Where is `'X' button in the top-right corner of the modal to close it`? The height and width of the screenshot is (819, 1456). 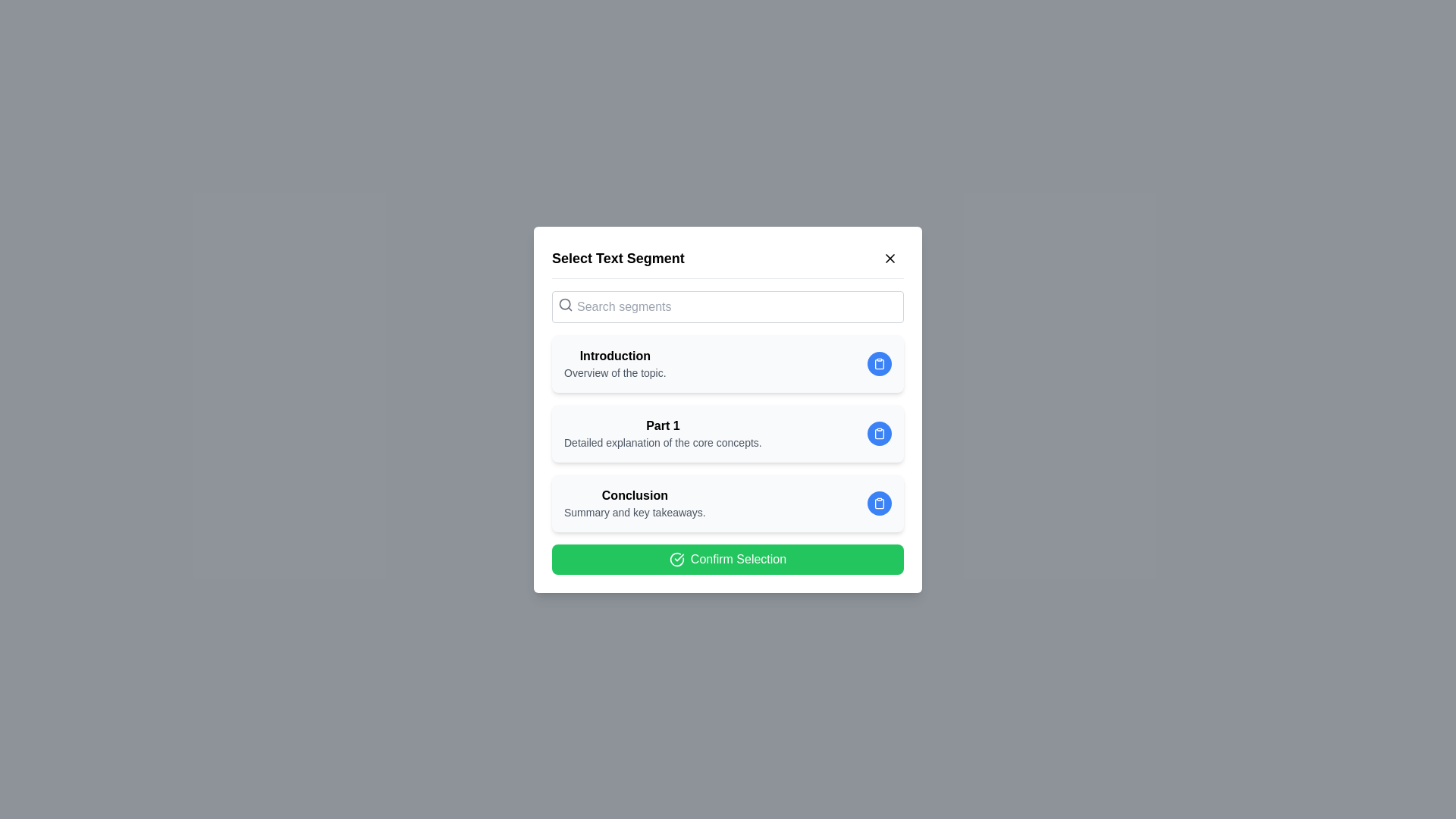 'X' button in the top-right corner of the modal to close it is located at coordinates (890, 256).